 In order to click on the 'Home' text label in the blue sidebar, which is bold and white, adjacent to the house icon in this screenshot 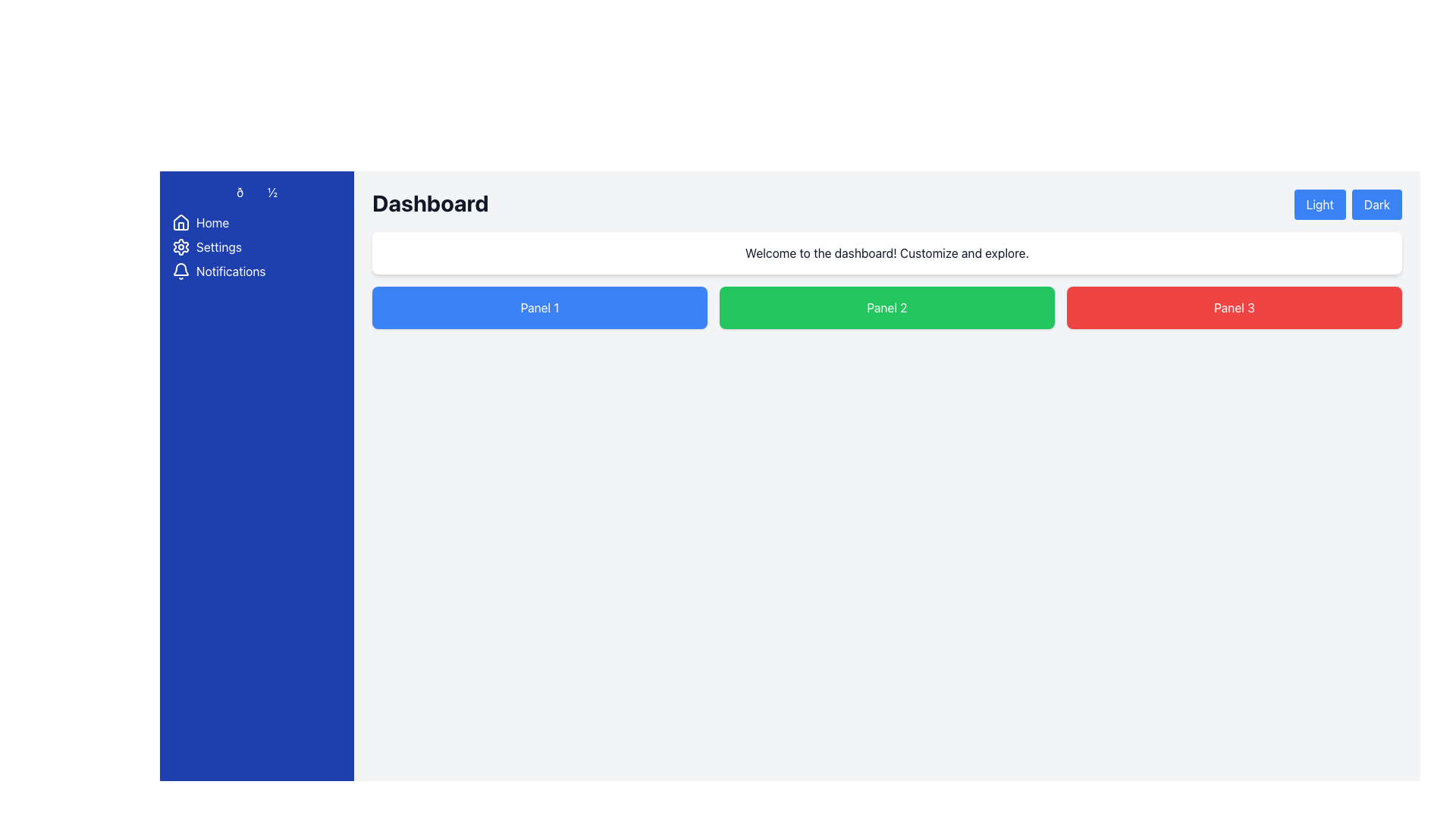, I will do `click(212, 222)`.